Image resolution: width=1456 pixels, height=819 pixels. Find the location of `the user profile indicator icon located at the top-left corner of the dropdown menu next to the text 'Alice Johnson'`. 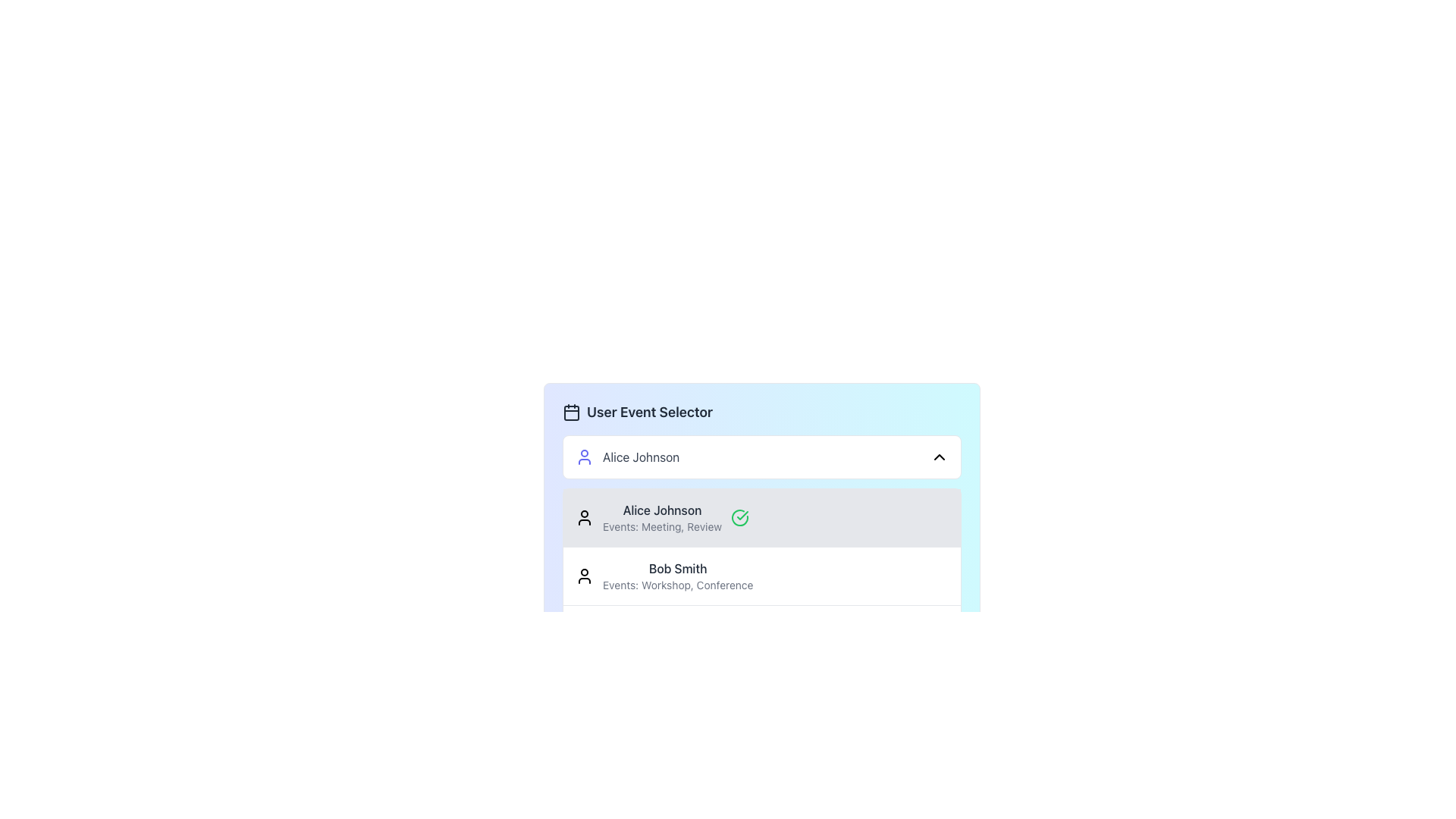

the user profile indicator icon located at the top-left corner of the dropdown menu next to the text 'Alice Johnson' is located at coordinates (584, 456).